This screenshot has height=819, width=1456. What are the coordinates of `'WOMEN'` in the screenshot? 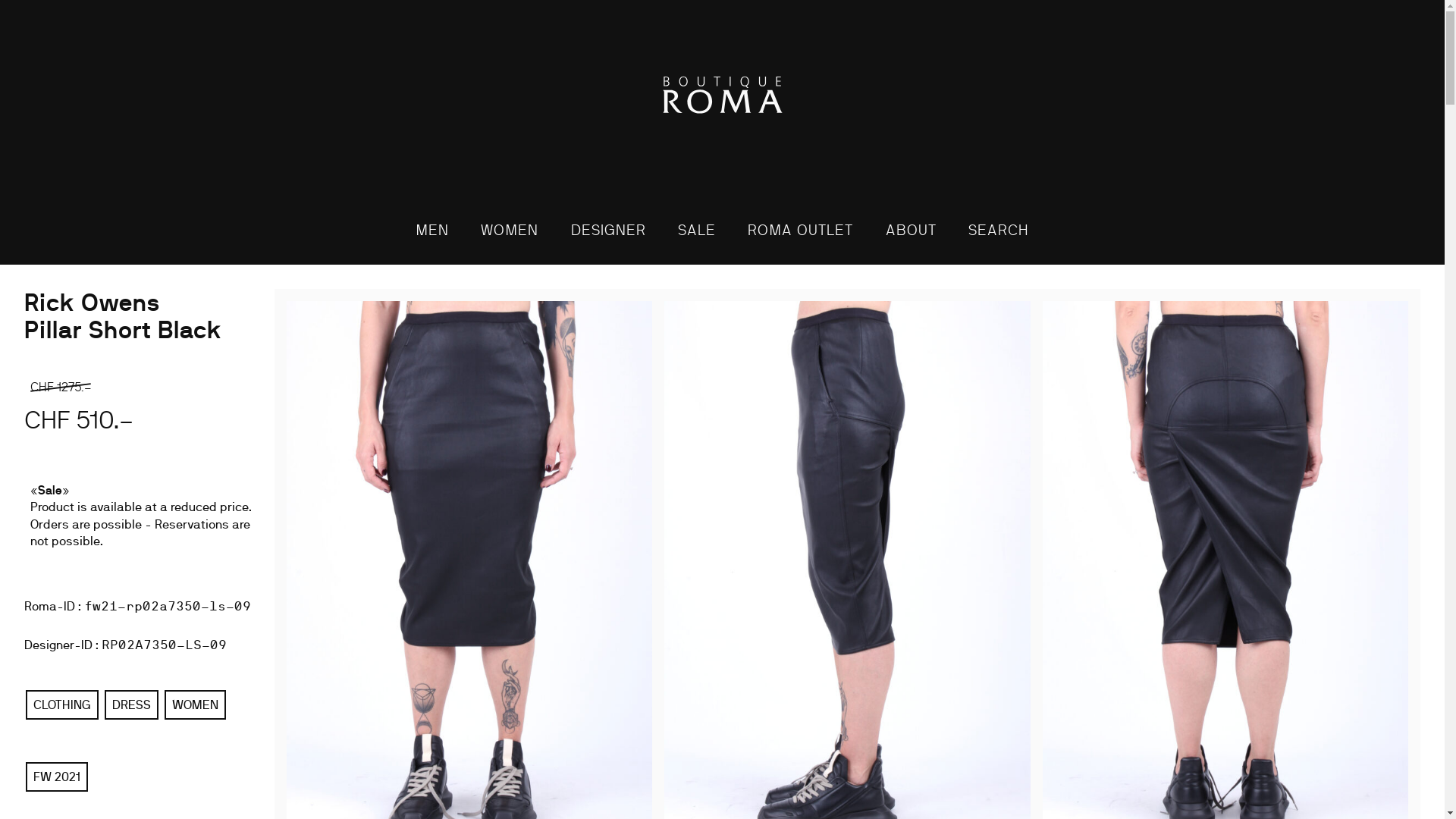 It's located at (164, 704).